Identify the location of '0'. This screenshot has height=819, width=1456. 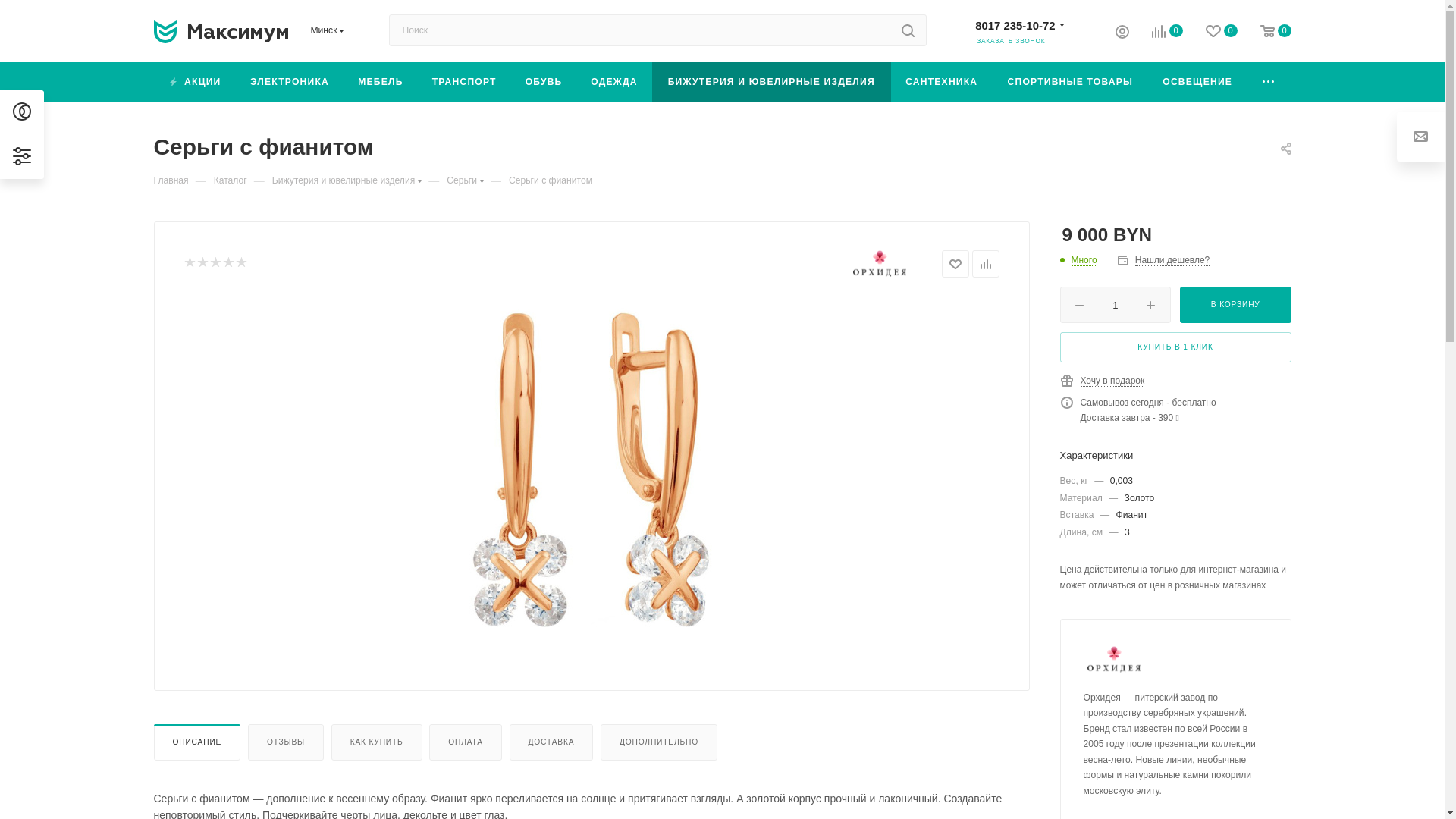
(1210, 32).